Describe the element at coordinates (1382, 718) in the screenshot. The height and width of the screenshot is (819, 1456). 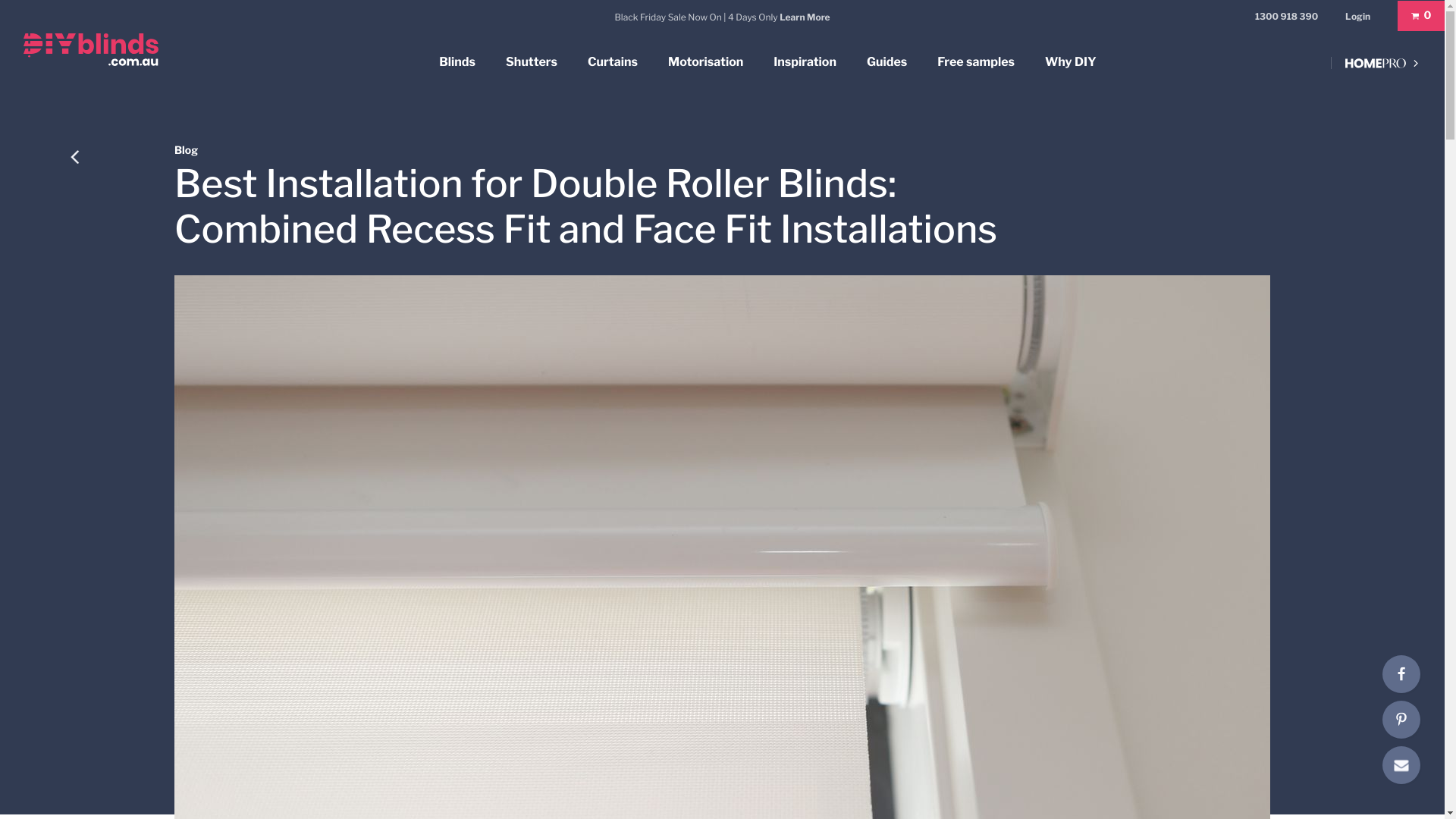
I see `'Pinterest'` at that location.